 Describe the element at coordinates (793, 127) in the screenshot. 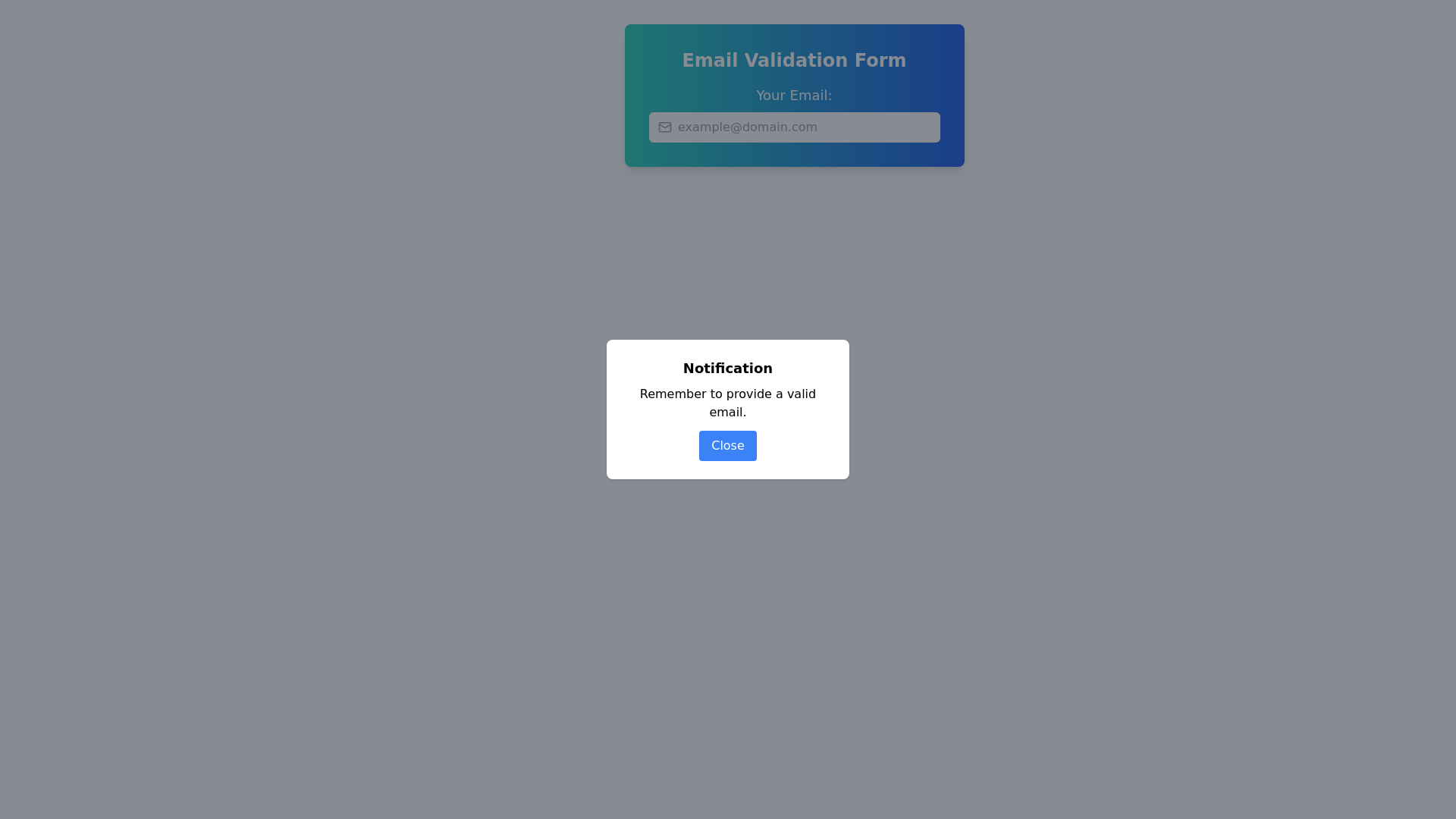

I see `the text input field for entering the email address, located below the label 'Your Email:' at the top-center of the layout` at that location.